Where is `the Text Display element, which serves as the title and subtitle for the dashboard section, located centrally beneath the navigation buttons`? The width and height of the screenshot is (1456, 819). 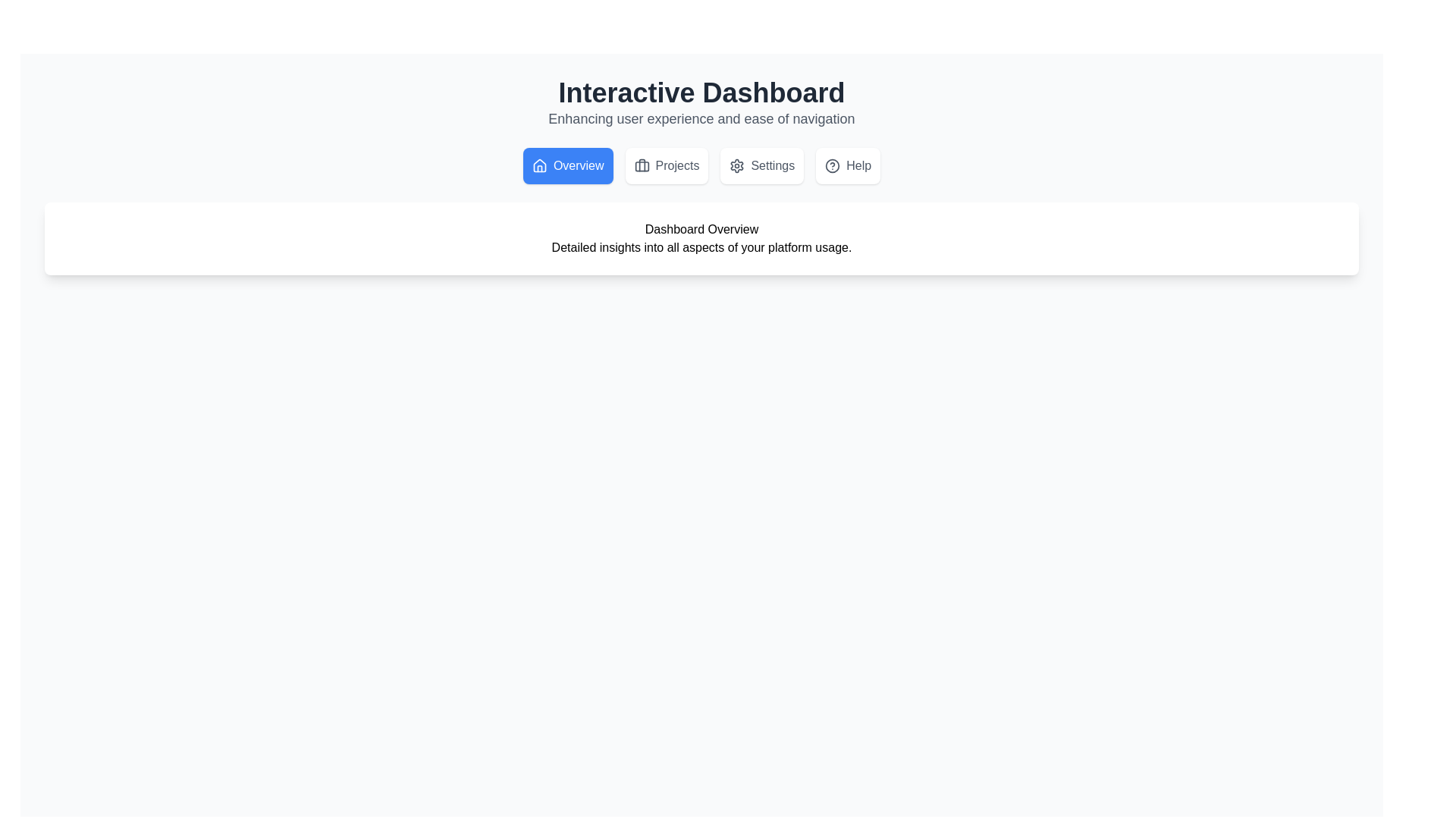
the Text Display element, which serves as the title and subtitle for the dashboard section, located centrally beneath the navigation buttons is located at coordinates (701, 239).